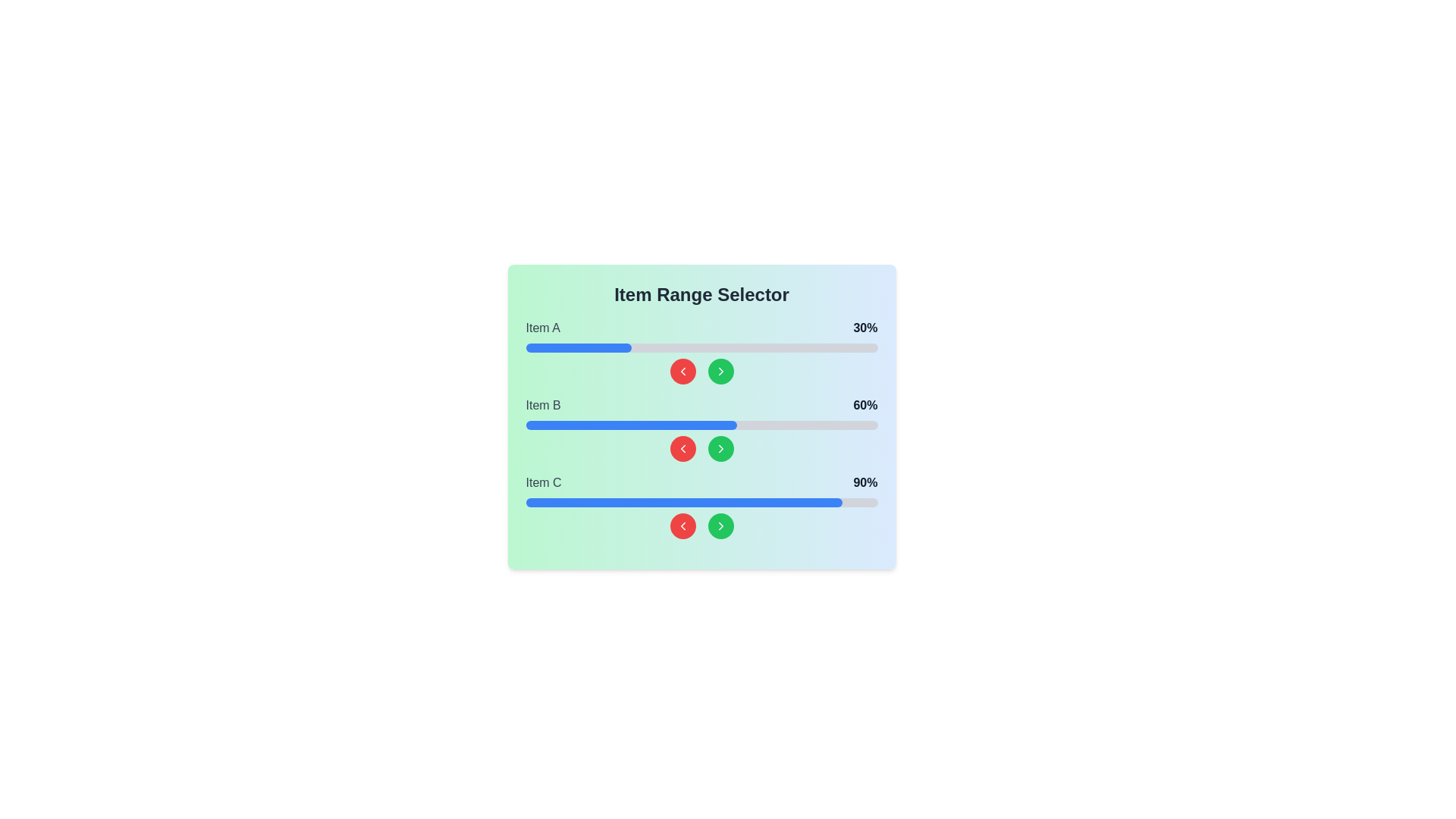 The height and width of the screenshot is (819, 1456). Describe the element at coordinates (758, 425) in the screenshot. I see `the slider` at that location.